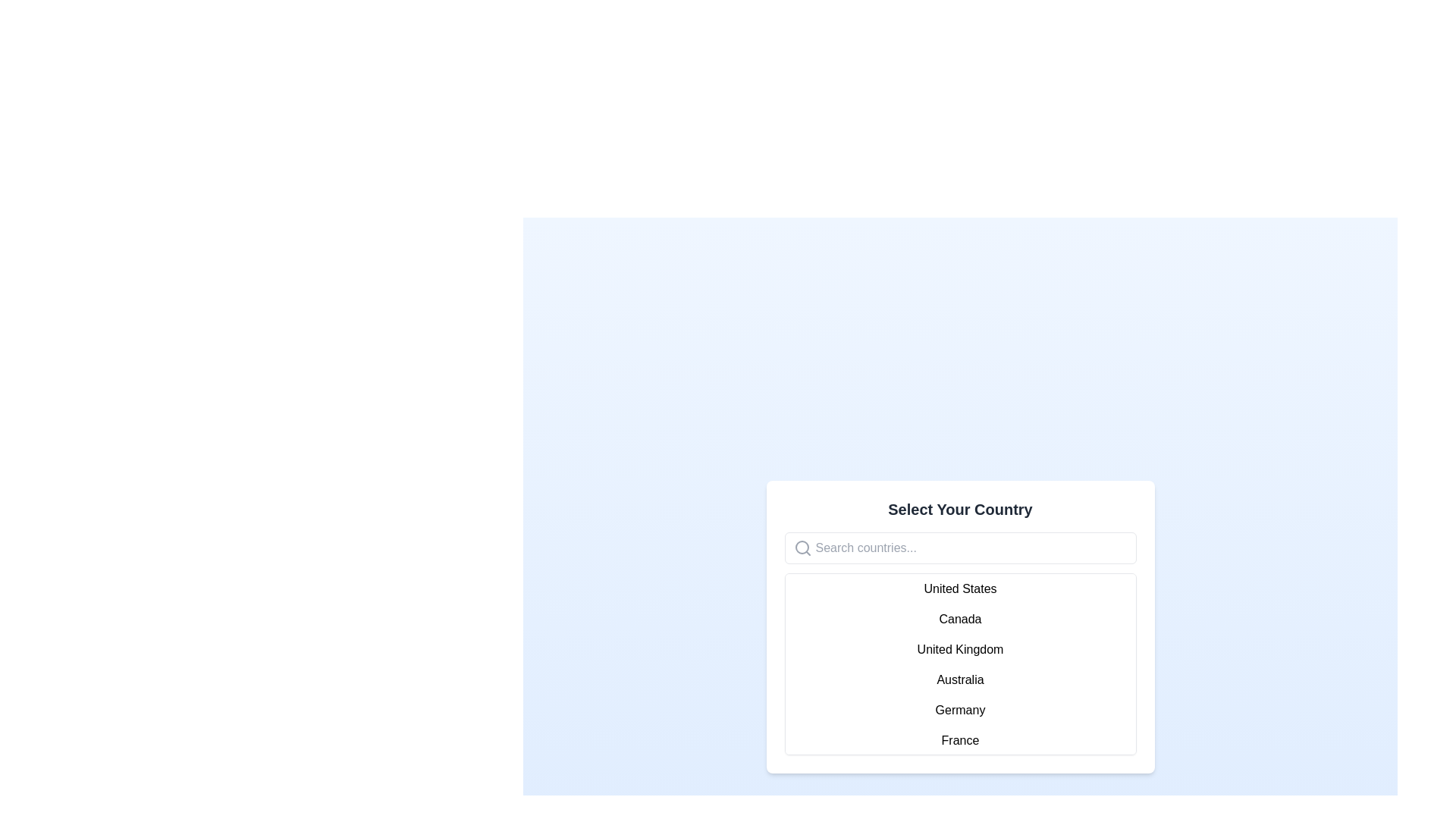 This screenshot has height=819, width=1456. I want to click on the decorative search icon located inside the search icon to the left of the input field labeled 'Search countries' in the country selection modal dialog, so click(801, 547).